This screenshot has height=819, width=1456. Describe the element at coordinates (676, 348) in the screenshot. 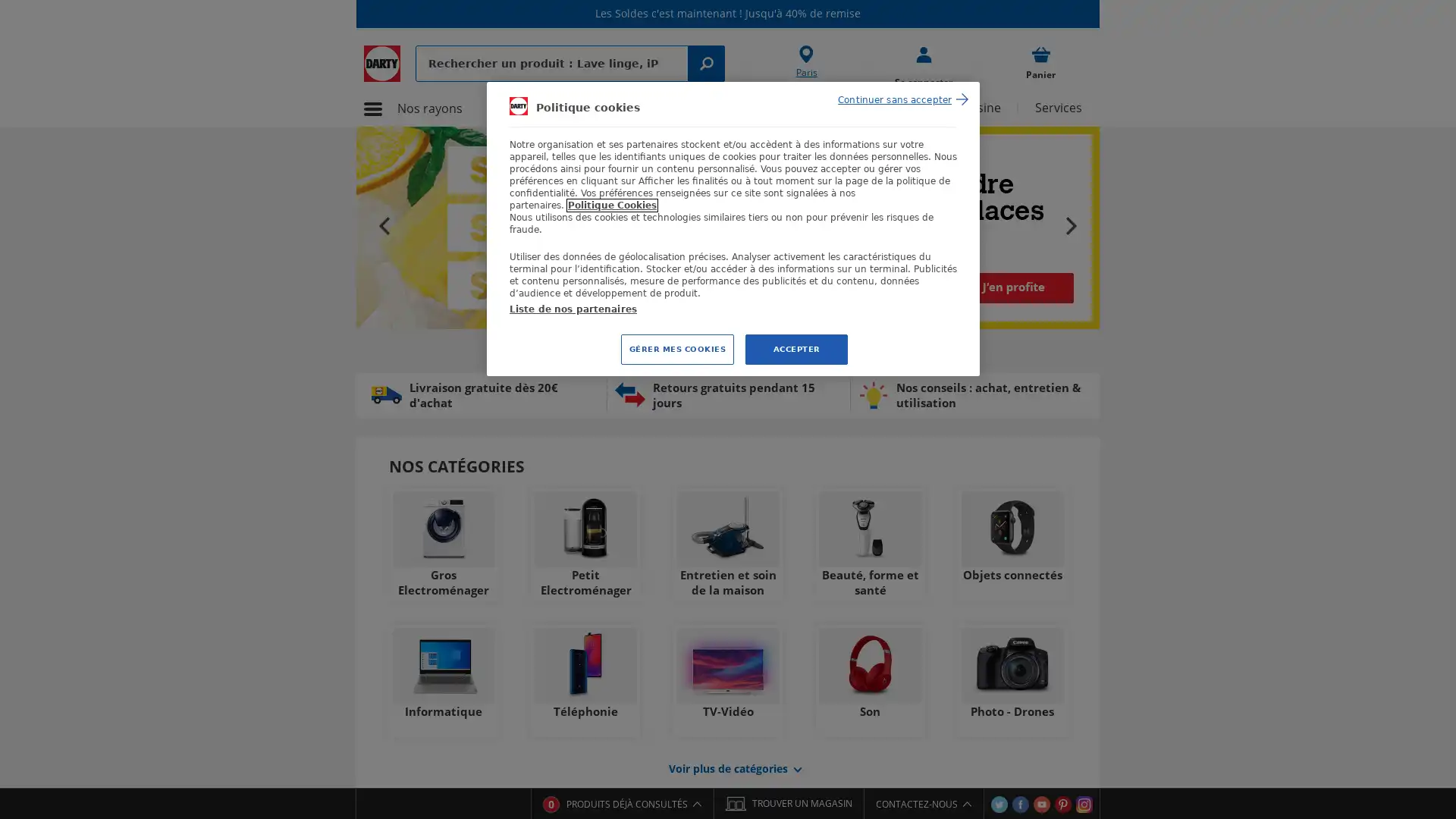

I see `GERER MES COOKIES` at that location.